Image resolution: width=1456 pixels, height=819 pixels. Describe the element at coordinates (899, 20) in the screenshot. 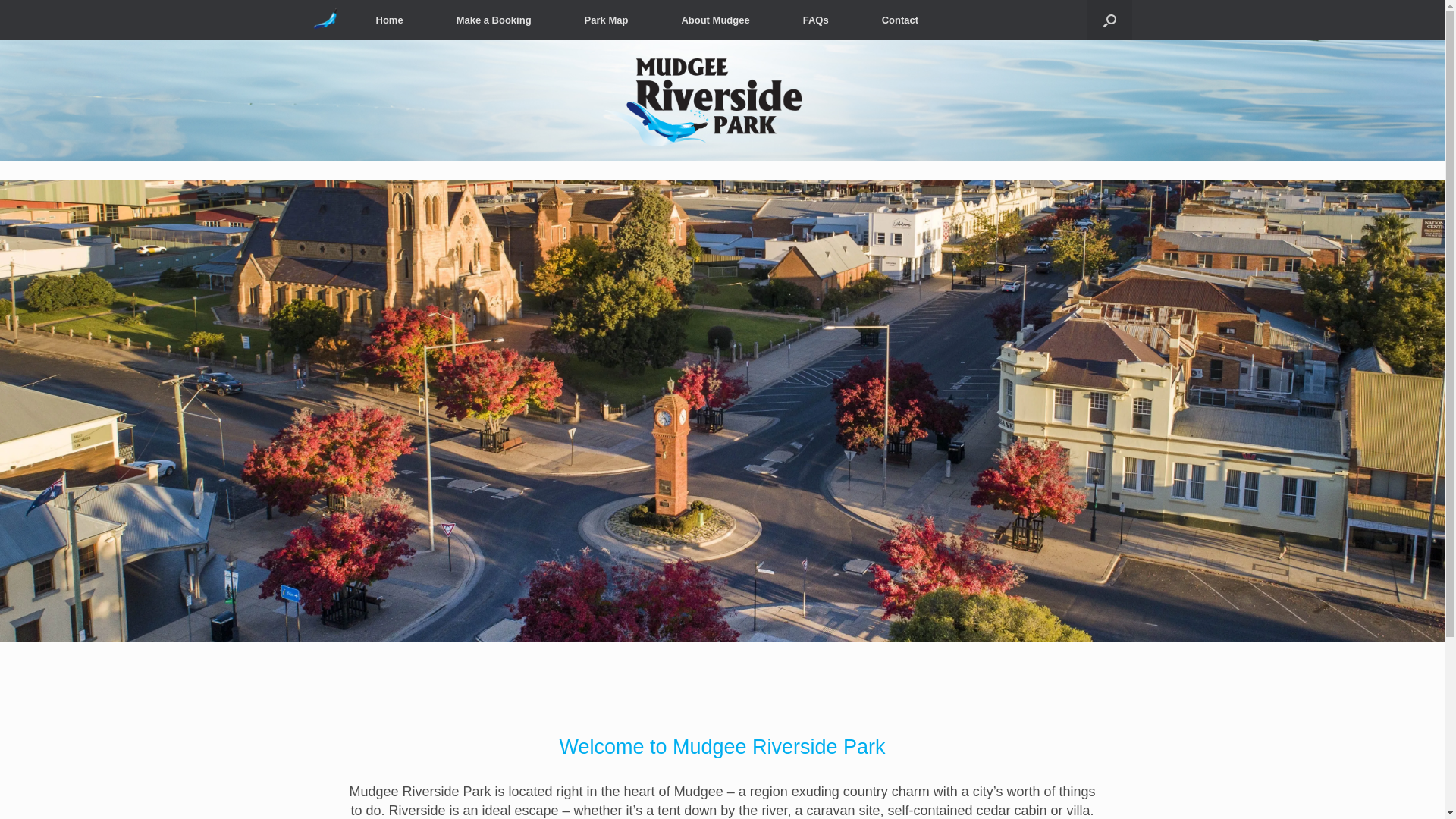

I see `'Contact'` at that location.